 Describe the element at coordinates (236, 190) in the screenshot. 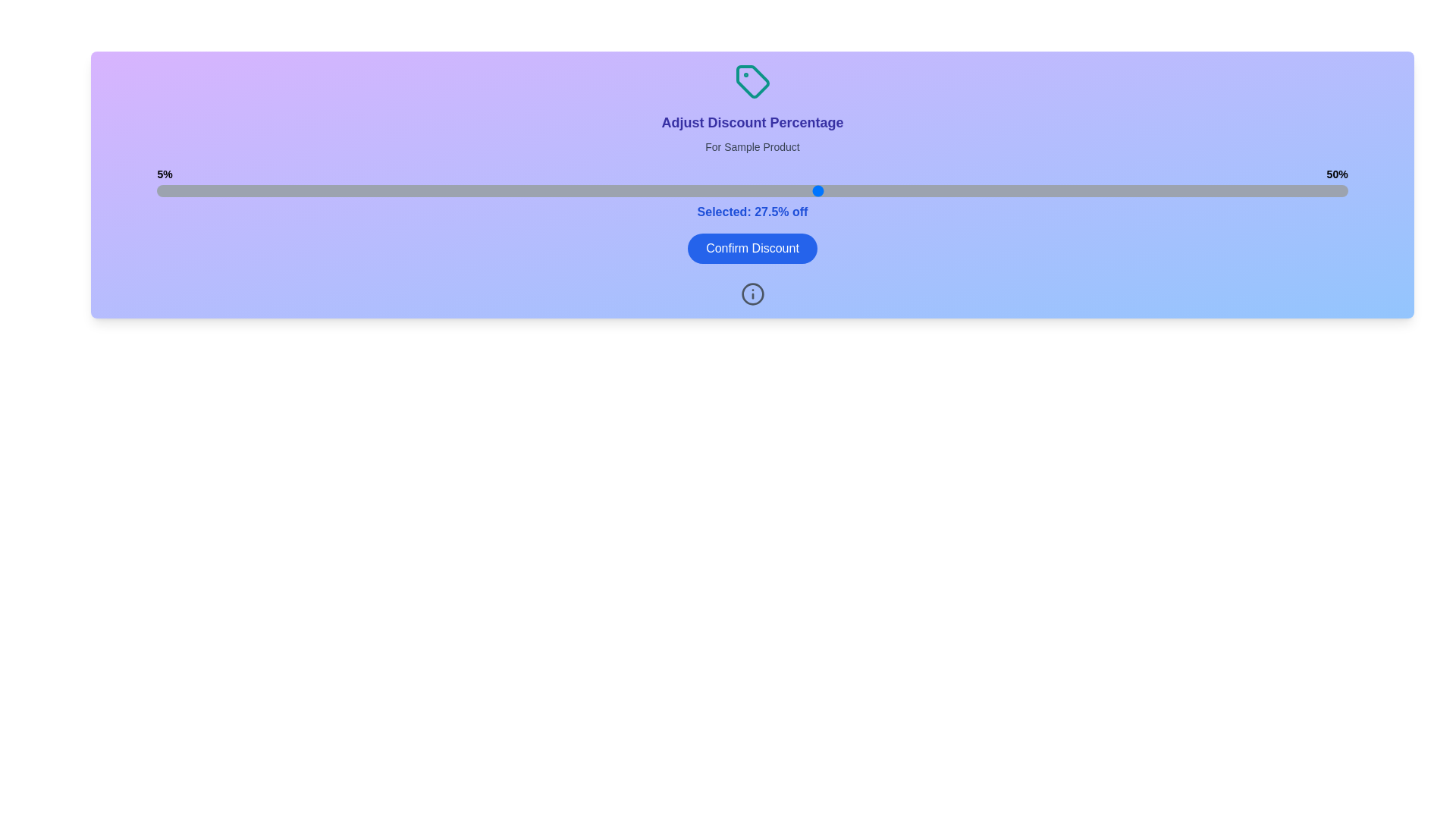

I see `the discount percentage` at that location.